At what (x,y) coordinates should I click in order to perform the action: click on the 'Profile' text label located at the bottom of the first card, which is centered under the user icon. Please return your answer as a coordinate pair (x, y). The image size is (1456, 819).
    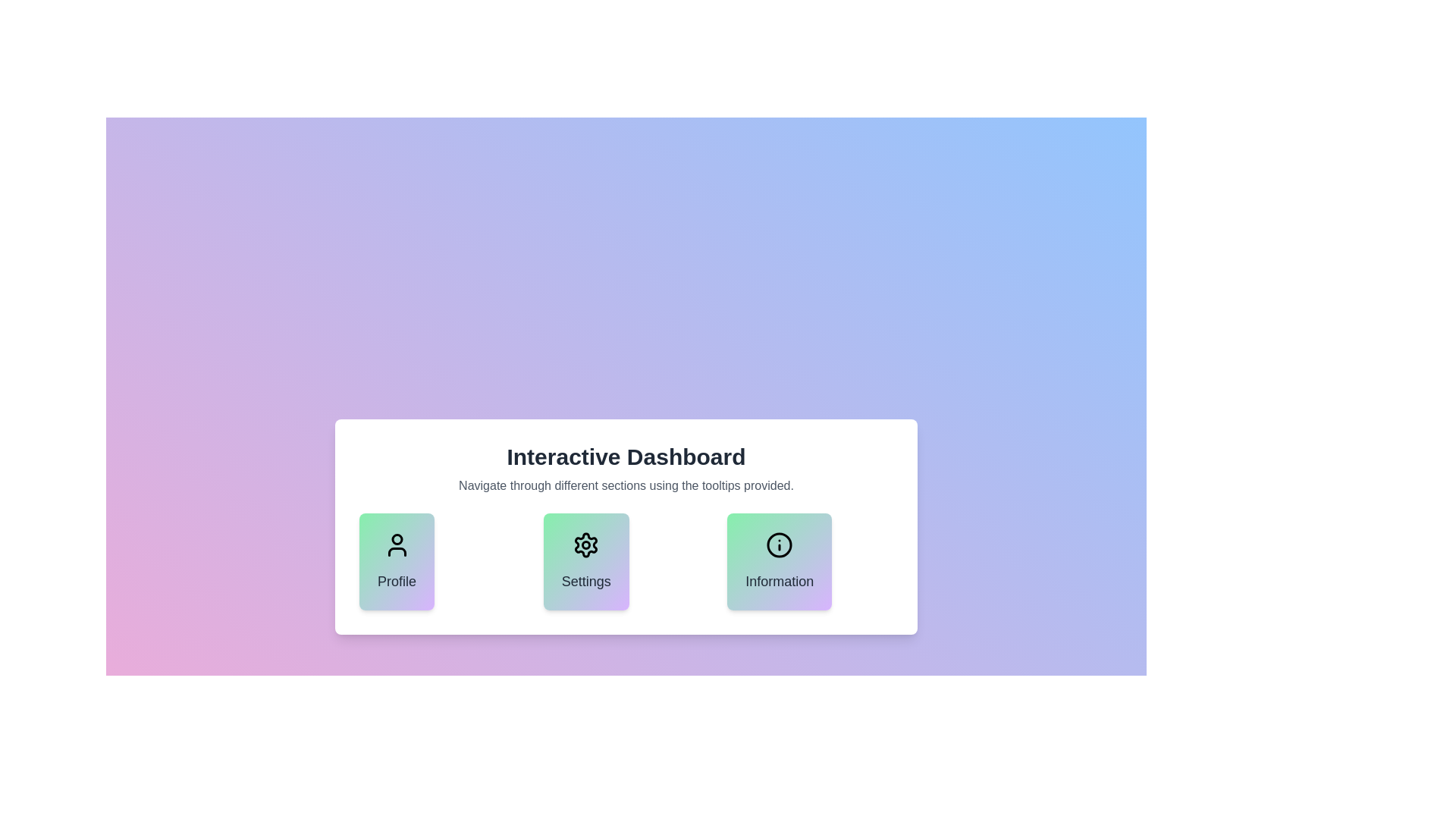
    Looking at the image, I should click on (397, 581).